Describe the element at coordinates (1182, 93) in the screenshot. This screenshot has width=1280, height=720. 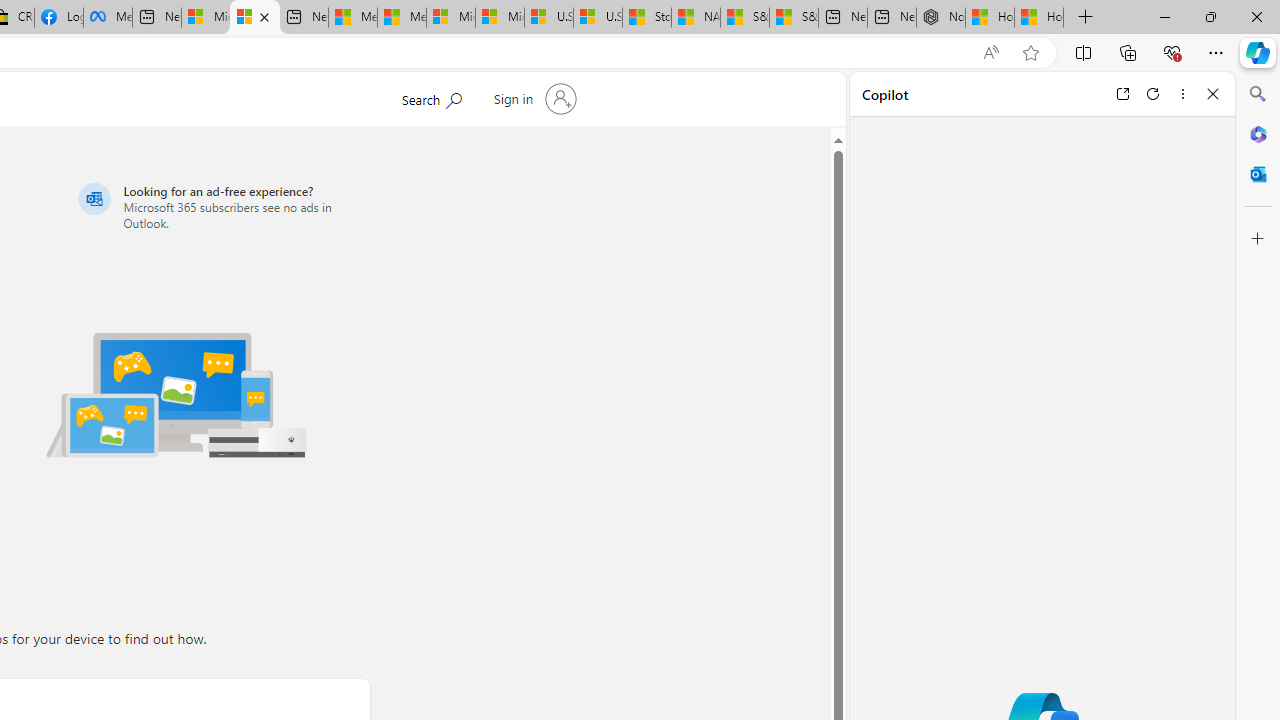
I see `'More options'` at that location.